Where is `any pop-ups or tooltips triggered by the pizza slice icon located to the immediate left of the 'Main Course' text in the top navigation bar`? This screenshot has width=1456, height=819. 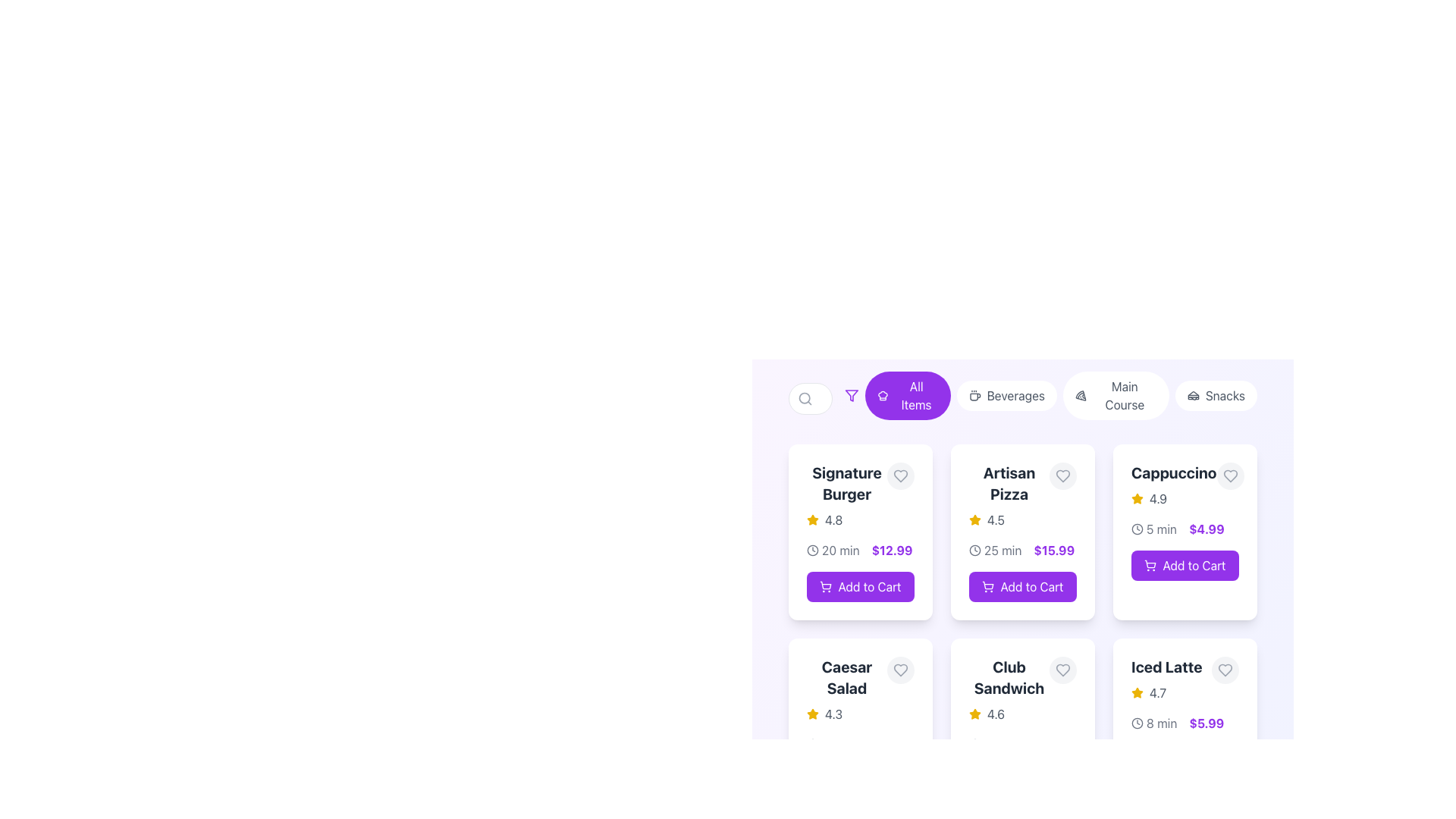 any pop-ups or tooltips triggered by the pizza slice icon located to the immediate left of the 'Main Course' text in the top navigation bar is located at coordinates (1080, 394).